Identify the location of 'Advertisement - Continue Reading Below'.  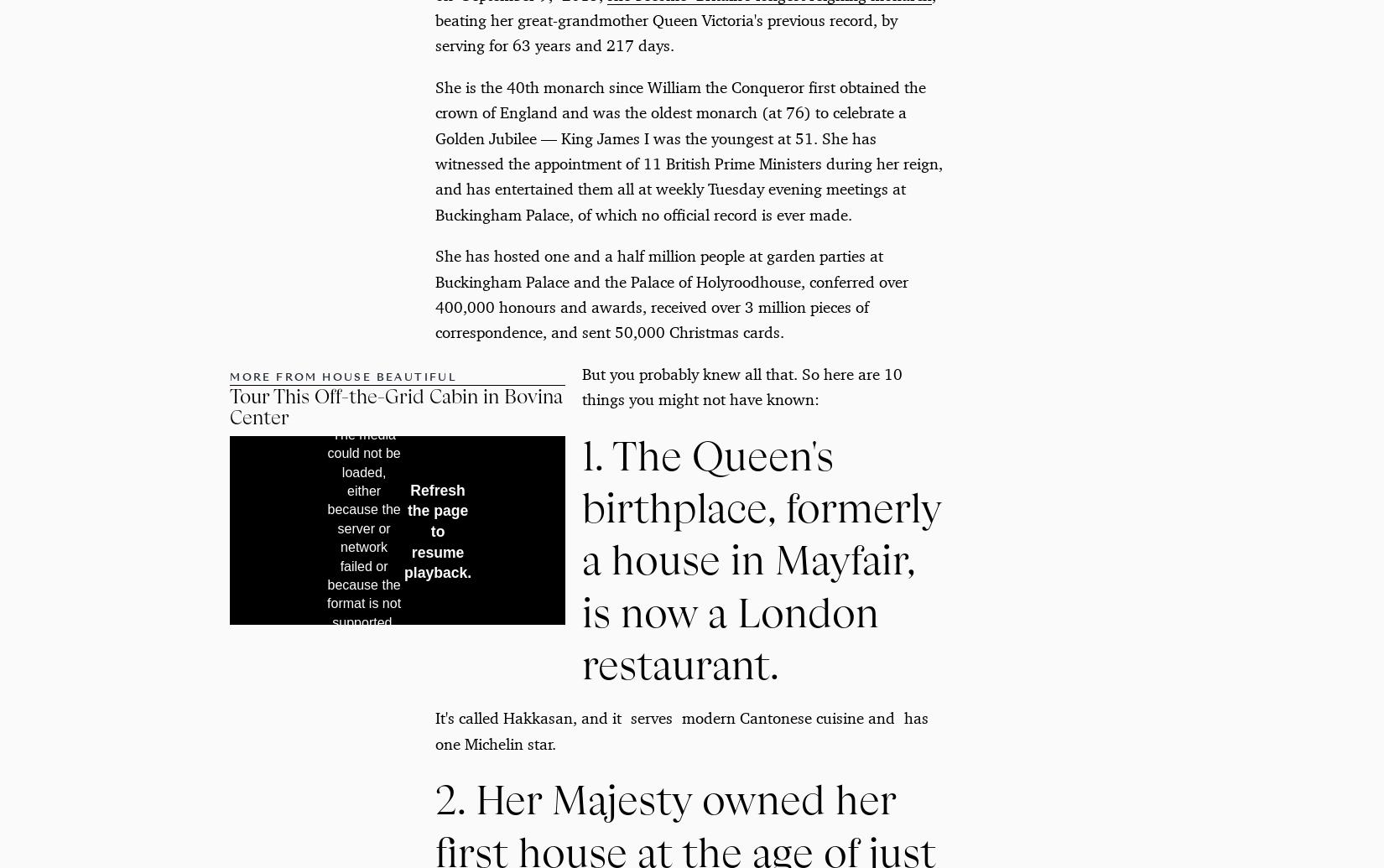
(602, 447).